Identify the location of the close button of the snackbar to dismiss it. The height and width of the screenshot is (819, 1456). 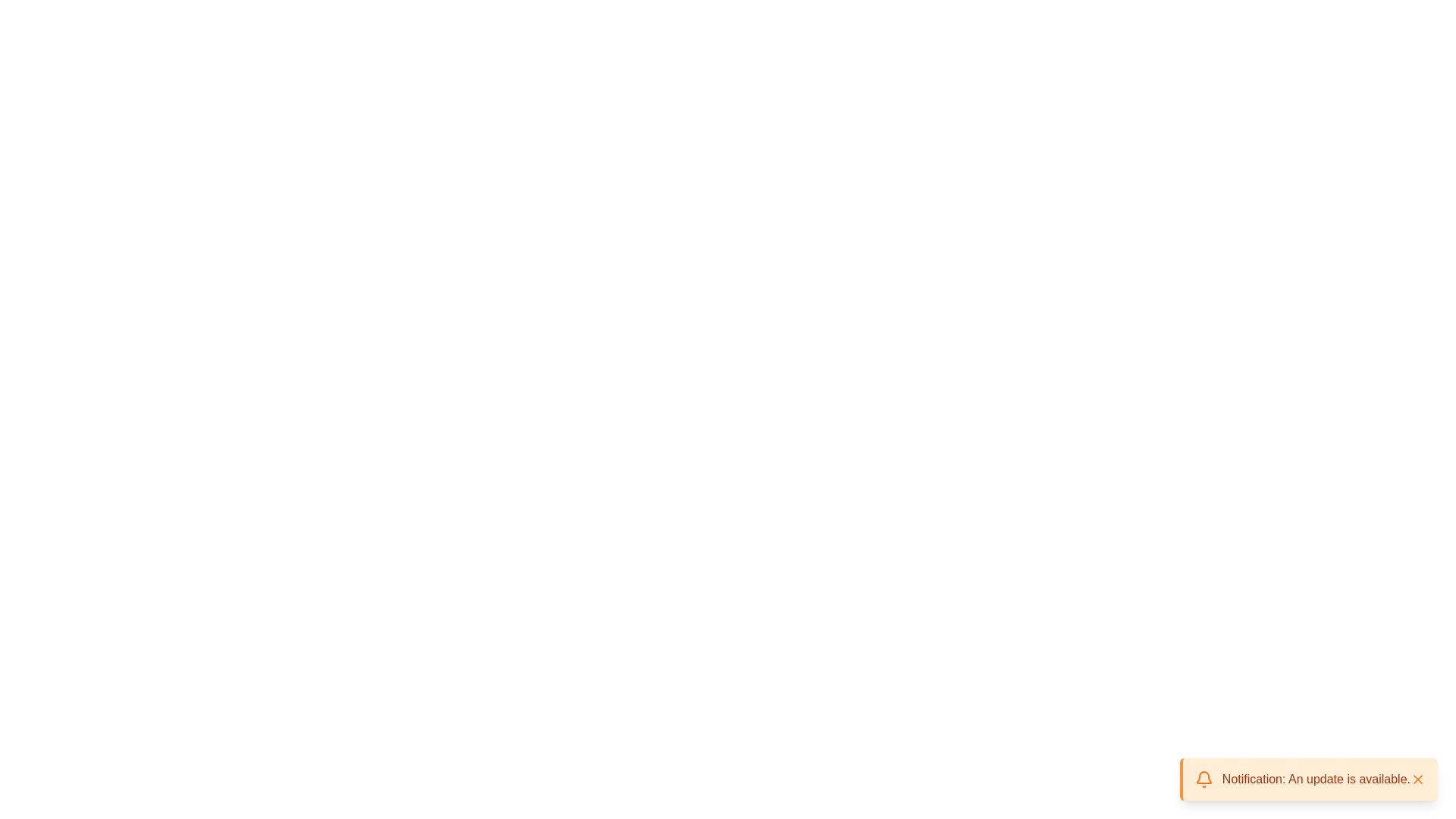
(1417, 780).